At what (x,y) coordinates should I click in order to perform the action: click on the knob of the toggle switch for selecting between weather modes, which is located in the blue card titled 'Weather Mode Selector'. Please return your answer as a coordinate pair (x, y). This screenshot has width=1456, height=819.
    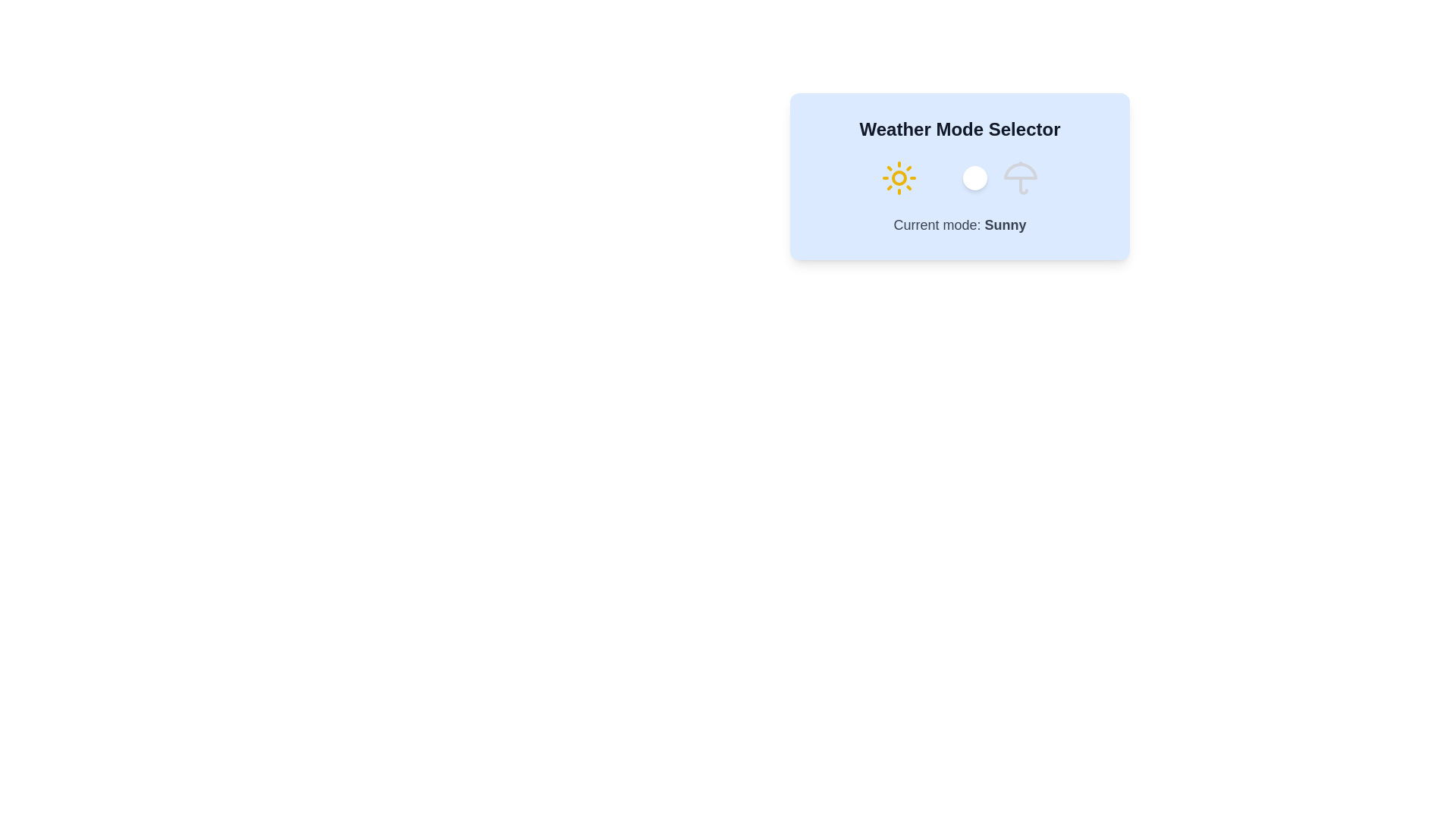
    Looking at the image, I should click on (959, 177).